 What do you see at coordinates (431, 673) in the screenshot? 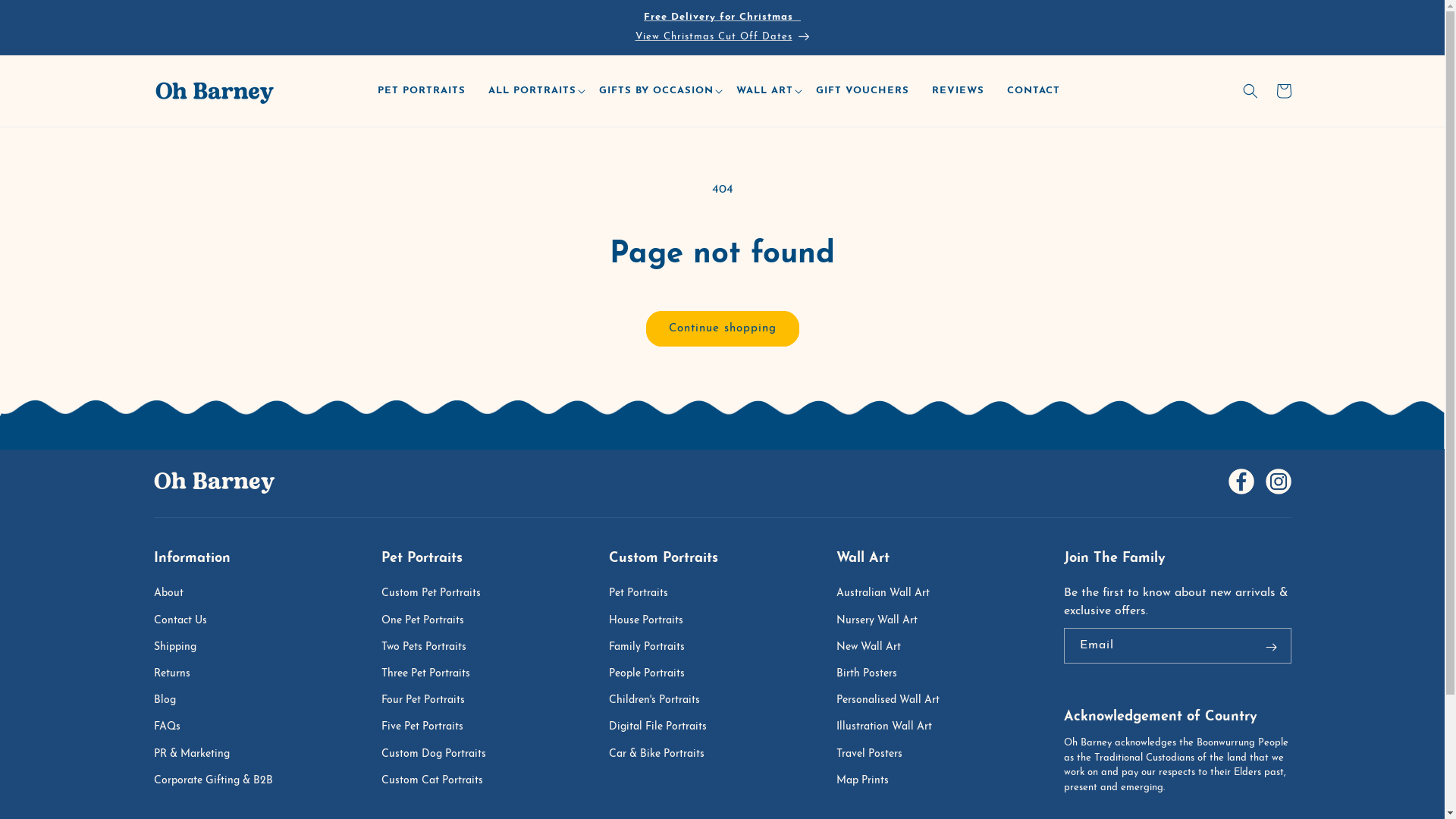
I see `'Three Pet Portraits'` at bounding box center [431, 673].